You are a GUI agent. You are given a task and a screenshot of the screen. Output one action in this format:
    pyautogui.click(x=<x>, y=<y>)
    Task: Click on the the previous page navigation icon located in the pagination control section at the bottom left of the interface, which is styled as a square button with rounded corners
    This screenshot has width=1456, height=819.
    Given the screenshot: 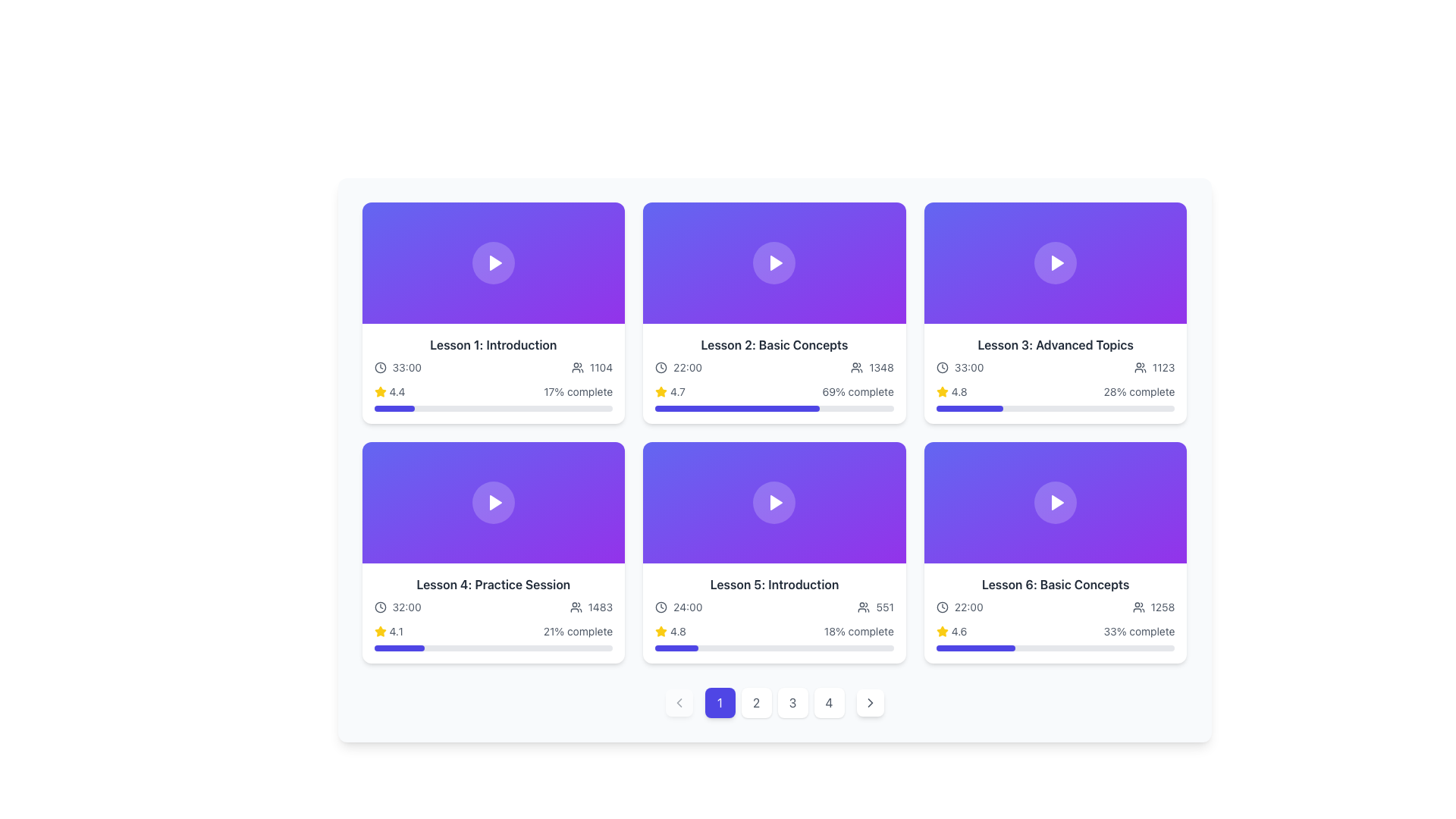 What is the action you would take?
    pyautogui.click(x=678, y=702)
    